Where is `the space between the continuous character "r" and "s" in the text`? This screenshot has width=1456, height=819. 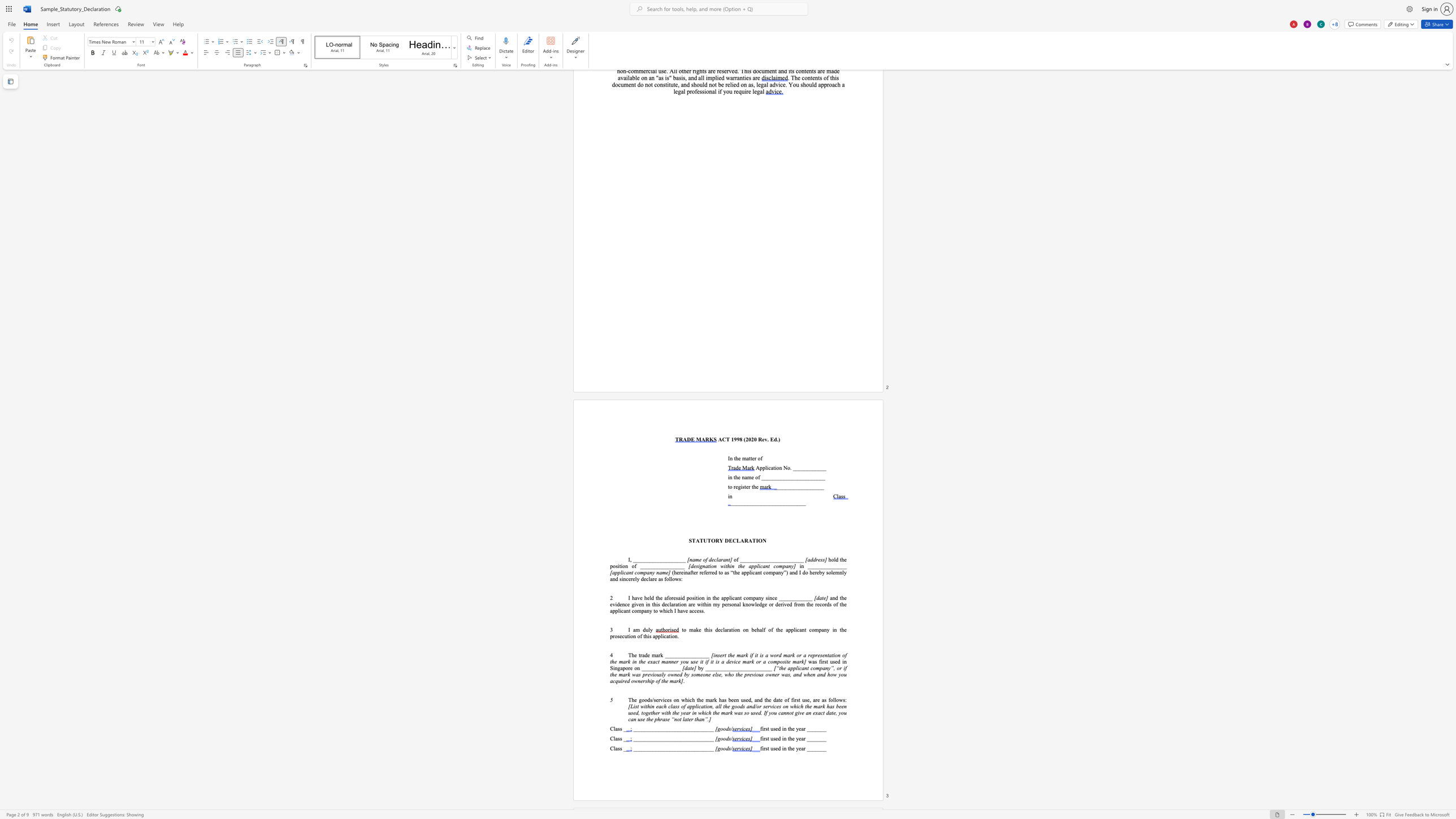
the space between the continuous character "r" and "s" in the text is located at coordinates (765, 738).